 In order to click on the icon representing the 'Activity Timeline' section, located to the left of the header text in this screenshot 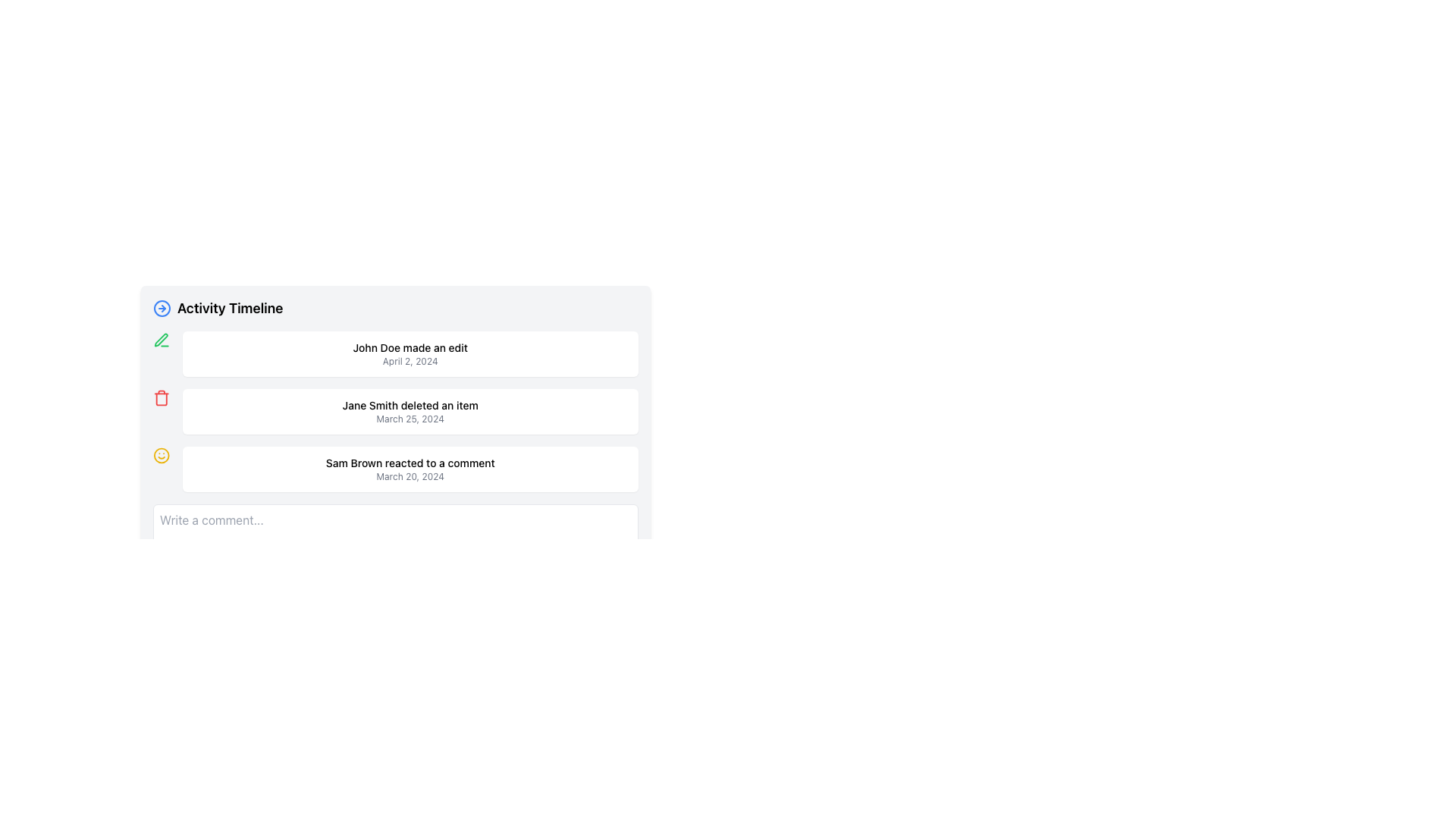, I will do `click(162, 308)`.